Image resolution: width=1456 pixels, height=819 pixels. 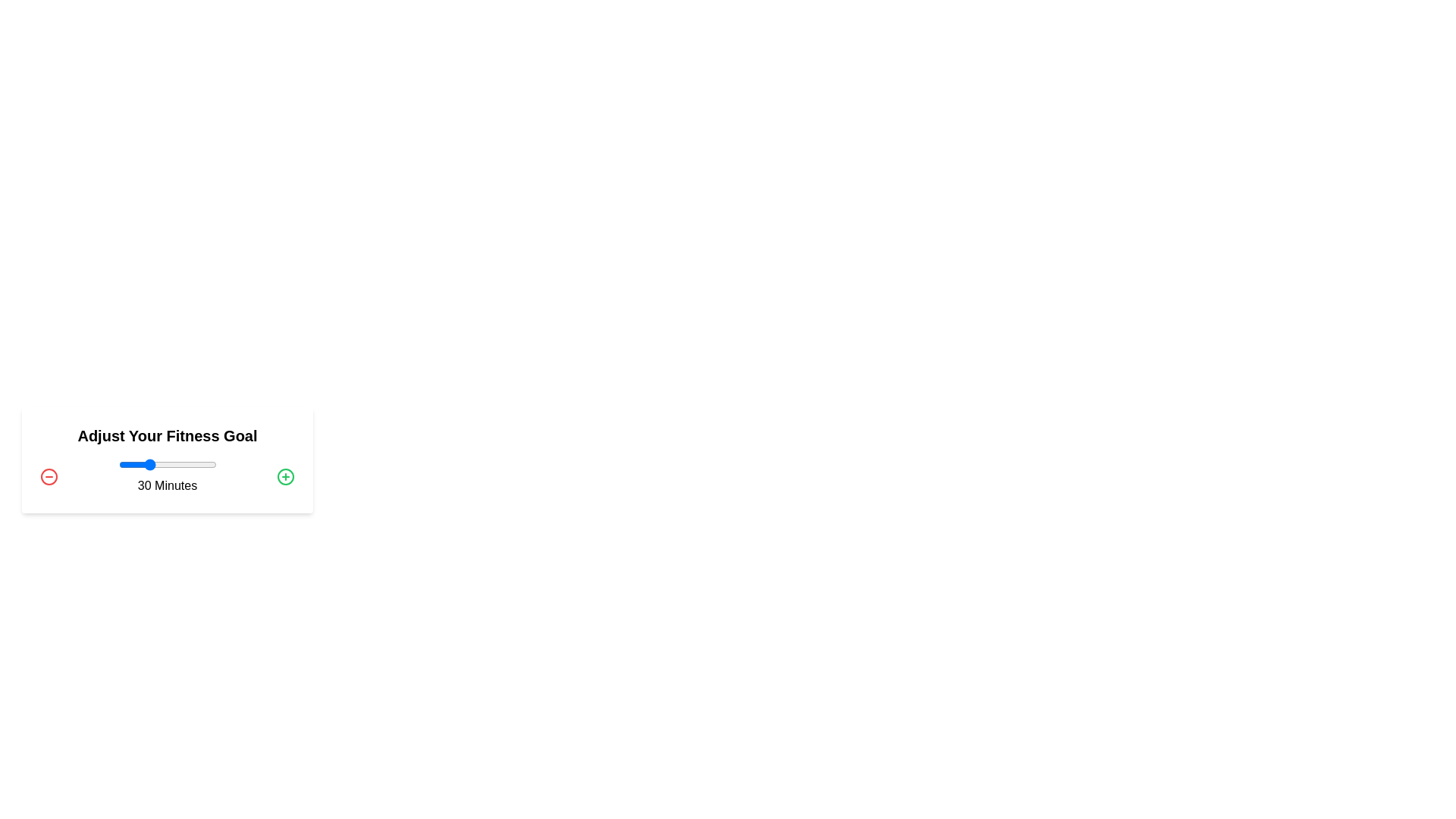 What do you see at coordinates (286, 475) in the screenshot?
I see `the innermost circle in the bottom-right corner of the card UI labeled 'Adjust Your Fitness Goal' to indicate a selected state or point of interest` at bounding box center [286, 475].